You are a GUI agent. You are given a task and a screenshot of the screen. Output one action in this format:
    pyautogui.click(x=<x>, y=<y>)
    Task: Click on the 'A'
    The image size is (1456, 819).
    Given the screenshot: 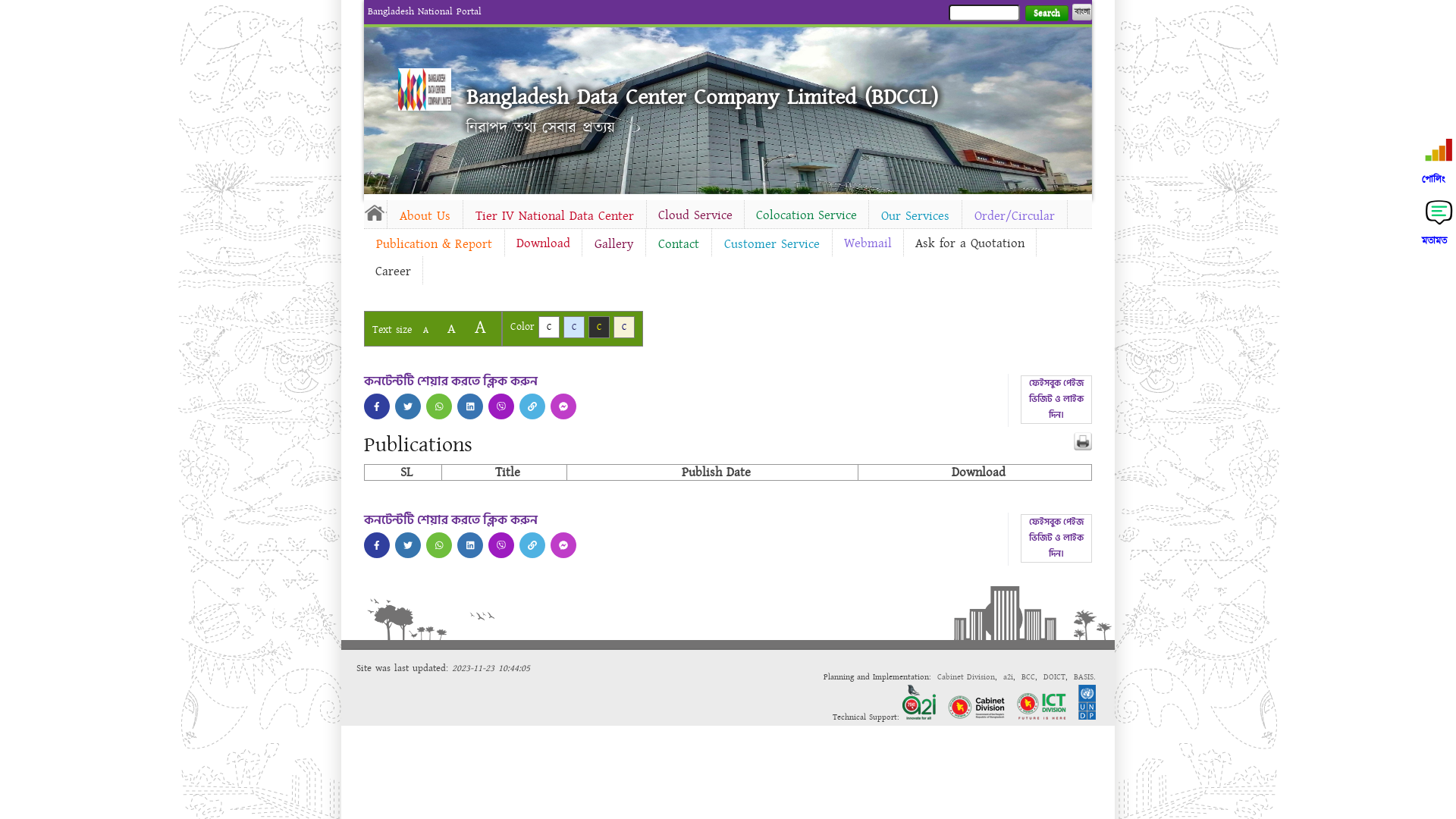 What is the action you would take?
    pyautogui.click(x=425, y=329)
    